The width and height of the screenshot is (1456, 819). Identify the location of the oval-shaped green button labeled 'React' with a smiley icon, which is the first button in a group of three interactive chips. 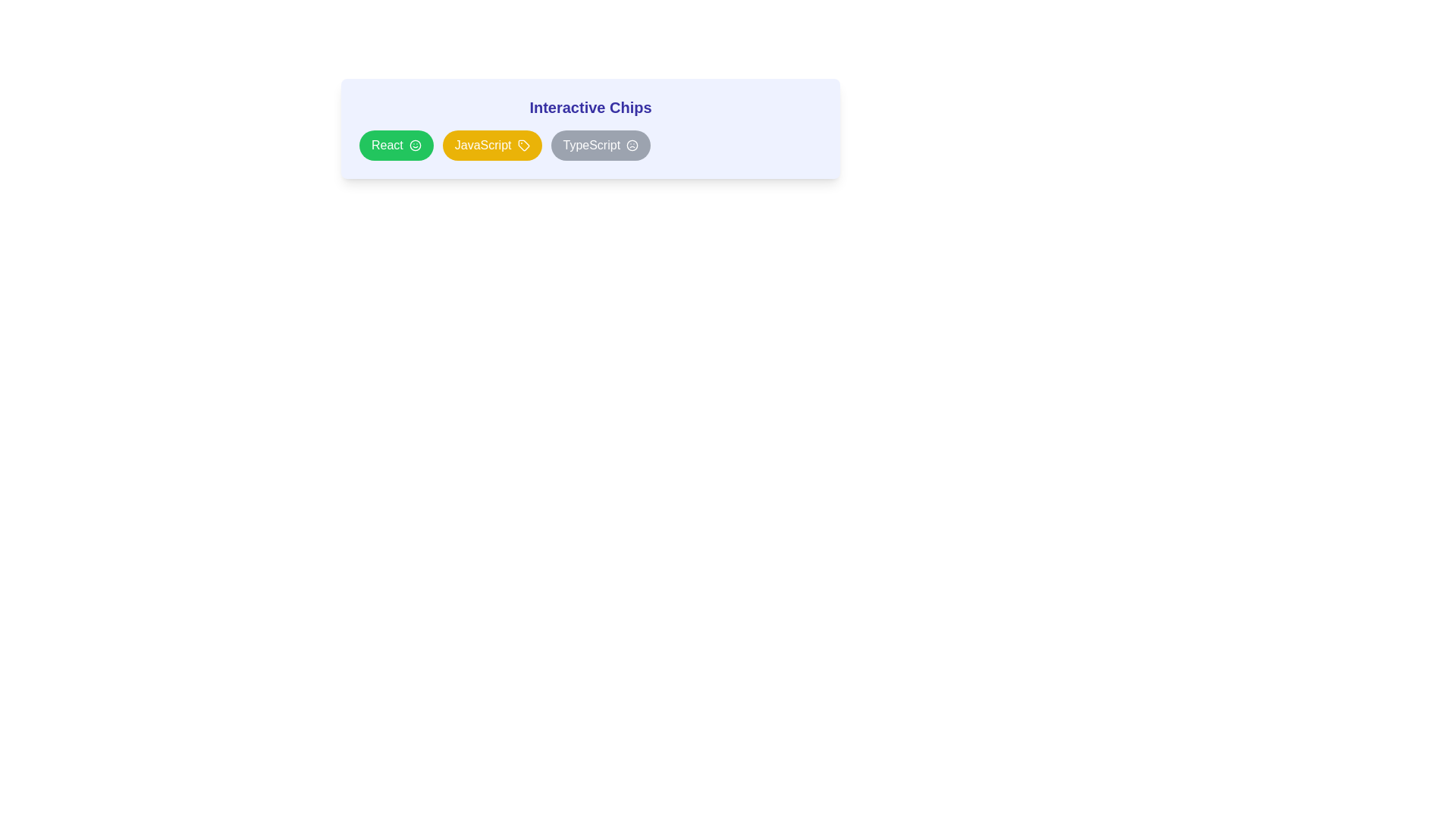
(396, 146).